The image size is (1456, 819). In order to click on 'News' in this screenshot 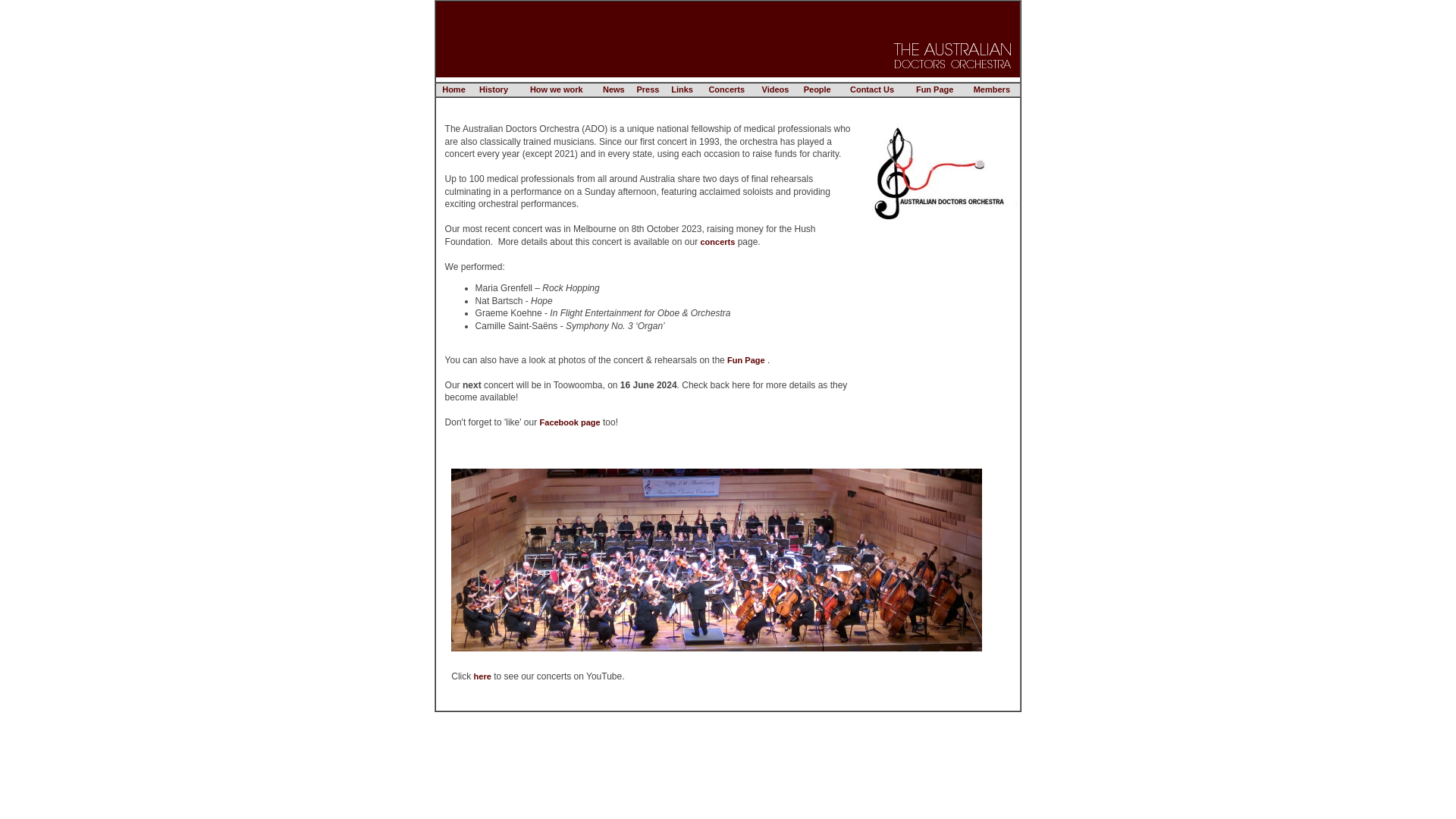, I will do `click(602, 89)`.